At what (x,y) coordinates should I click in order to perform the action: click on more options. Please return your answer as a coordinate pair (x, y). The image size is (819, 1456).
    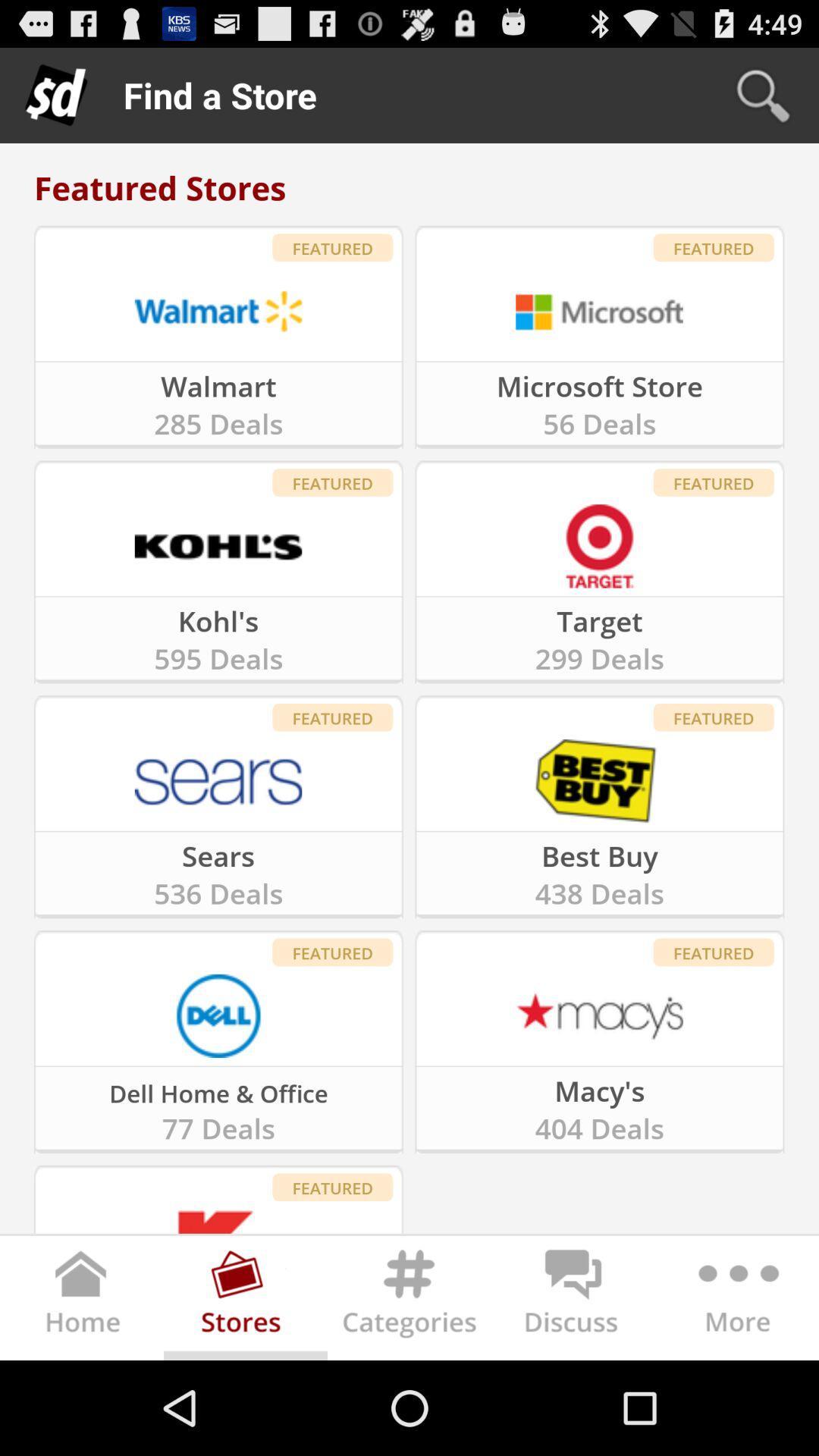
    Looking at the image, I should click on (736, 1300).